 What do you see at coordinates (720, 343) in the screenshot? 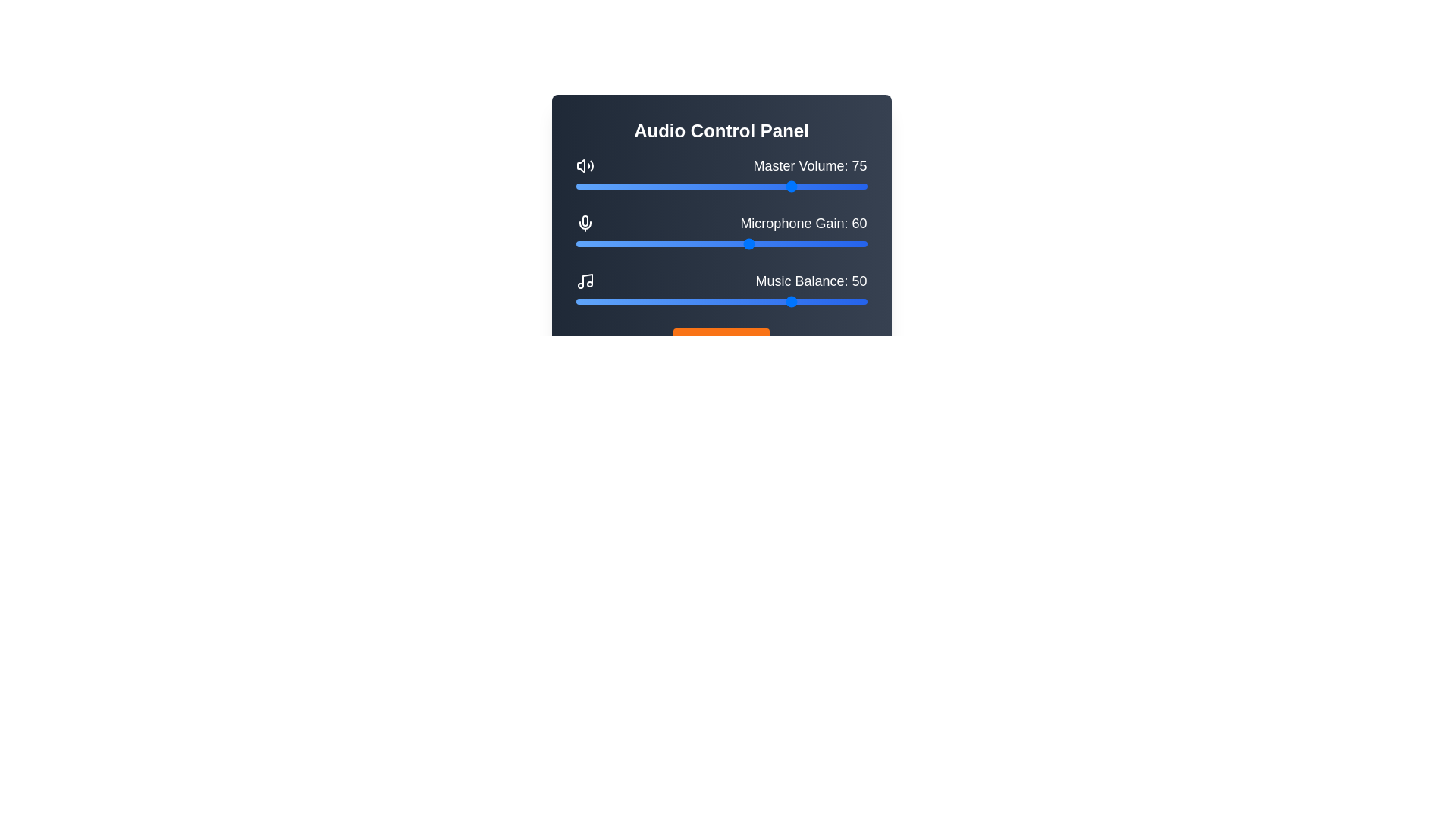
I see `the 'Hide Settings' button to toggle the visibility of the settings section` at bounding box center [720, 343].